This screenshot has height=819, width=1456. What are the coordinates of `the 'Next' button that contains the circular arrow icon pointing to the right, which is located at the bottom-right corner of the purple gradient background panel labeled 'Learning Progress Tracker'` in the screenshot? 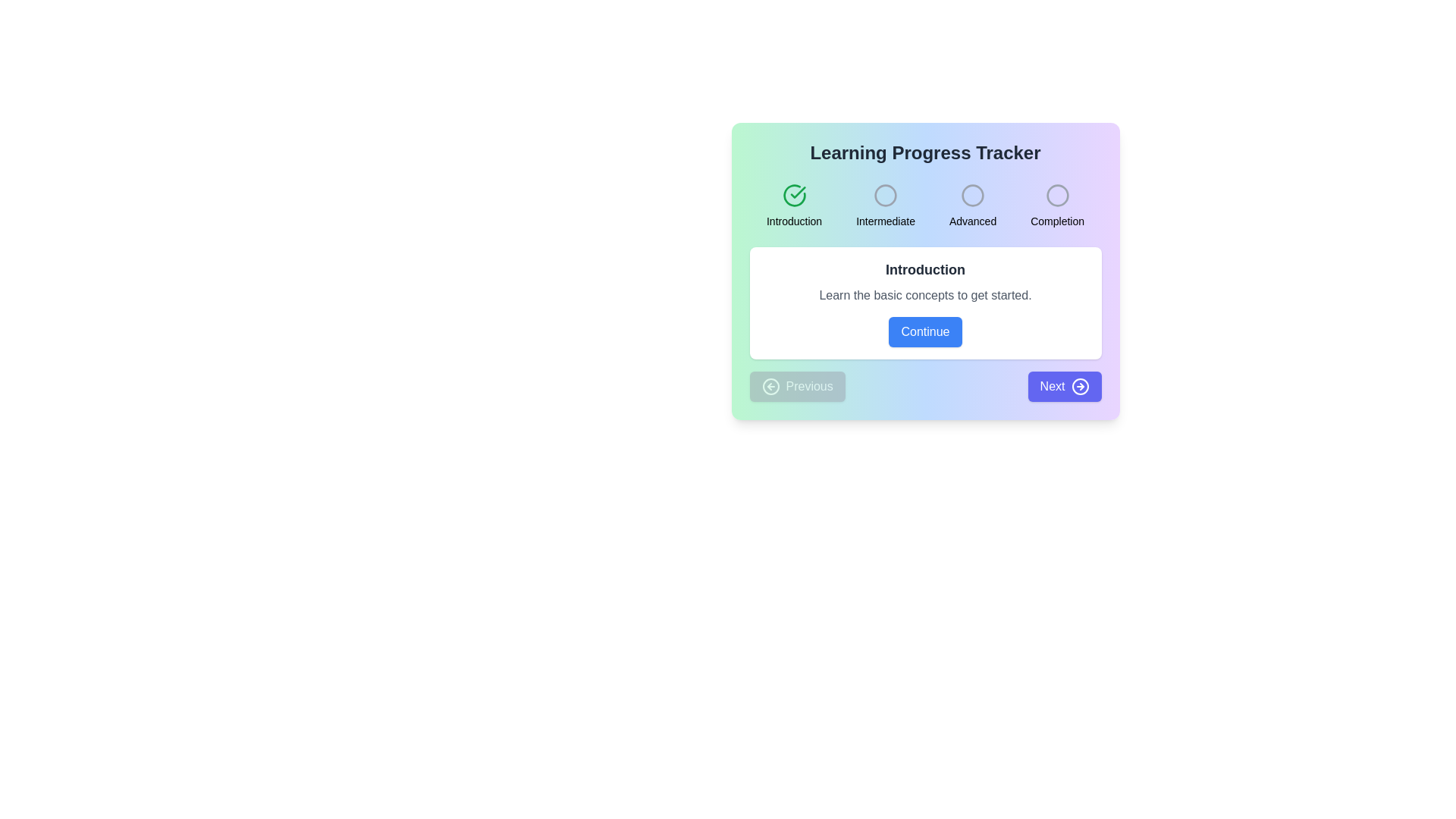 It's located at (1079, 385).